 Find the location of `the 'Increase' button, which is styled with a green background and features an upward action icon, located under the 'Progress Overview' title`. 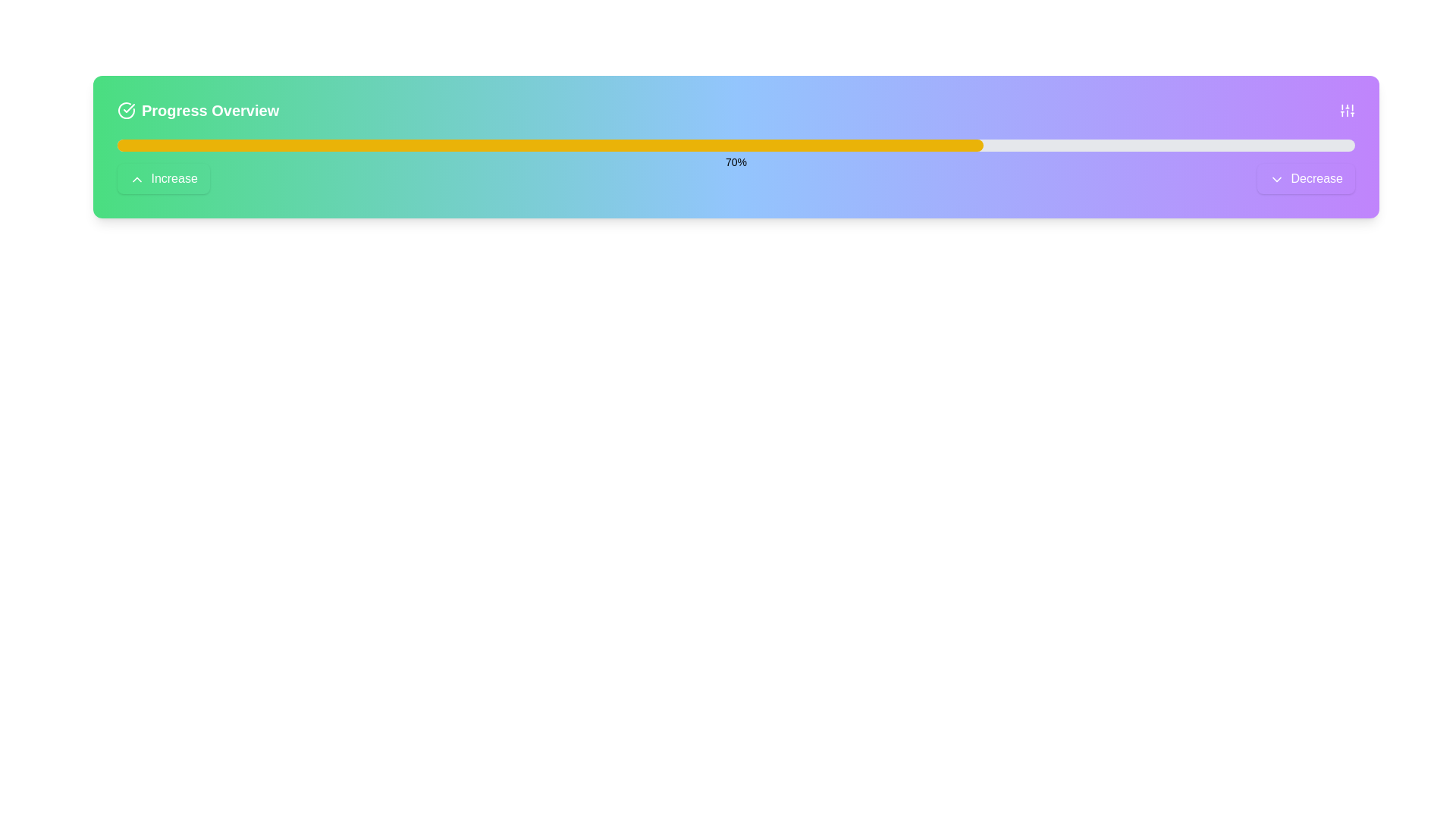

the 'Increase' button, which is styled with a green background and features an upward action icon, located under the 'Progress Overview' title is located at coordinates (137, 177).